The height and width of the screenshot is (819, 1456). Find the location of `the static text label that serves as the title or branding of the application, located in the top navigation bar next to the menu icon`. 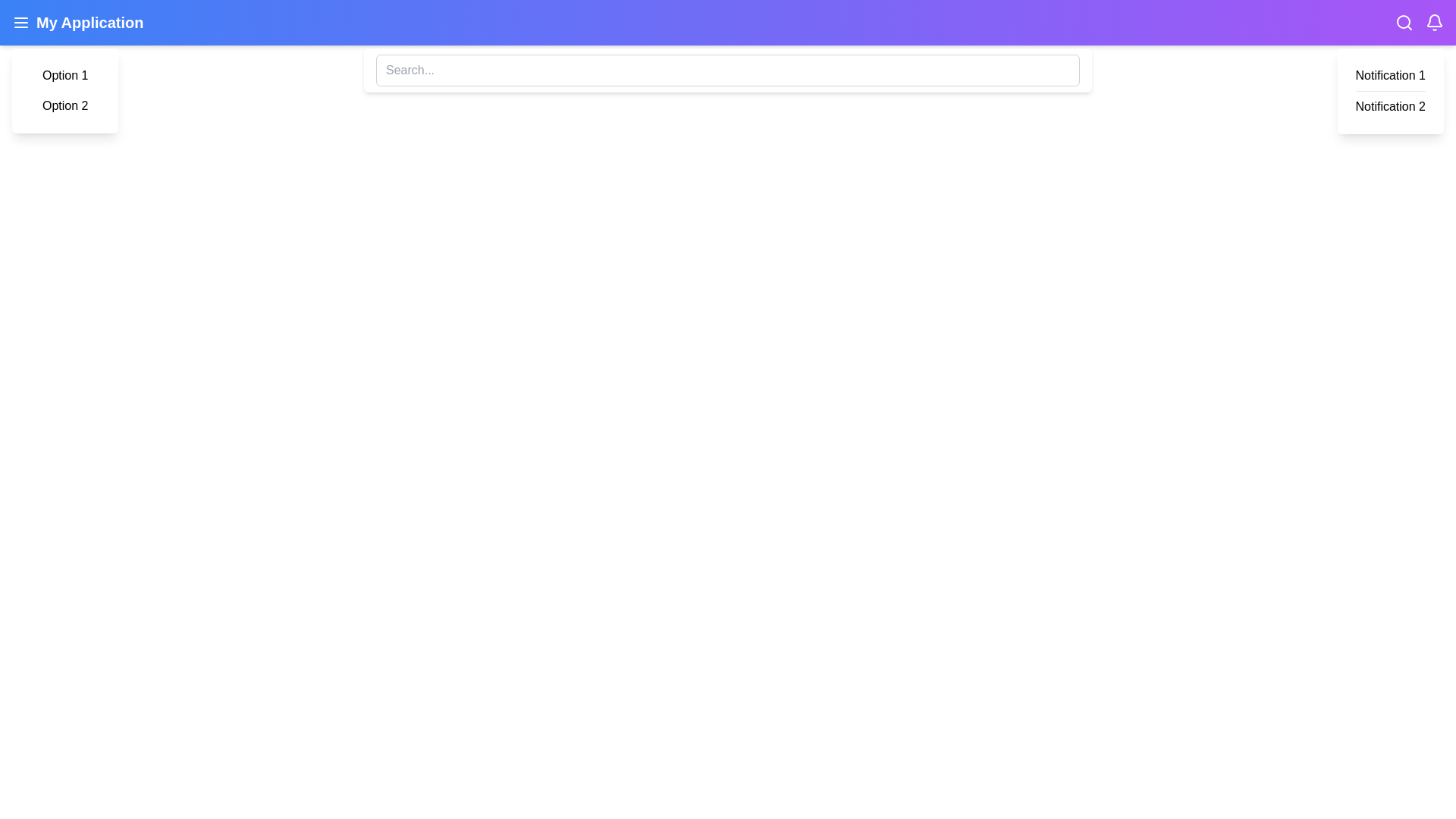

the static text label that serves as the title or branding of the application, located in the top navigation bar next to the menu icon is located at coordinates (77, 23).